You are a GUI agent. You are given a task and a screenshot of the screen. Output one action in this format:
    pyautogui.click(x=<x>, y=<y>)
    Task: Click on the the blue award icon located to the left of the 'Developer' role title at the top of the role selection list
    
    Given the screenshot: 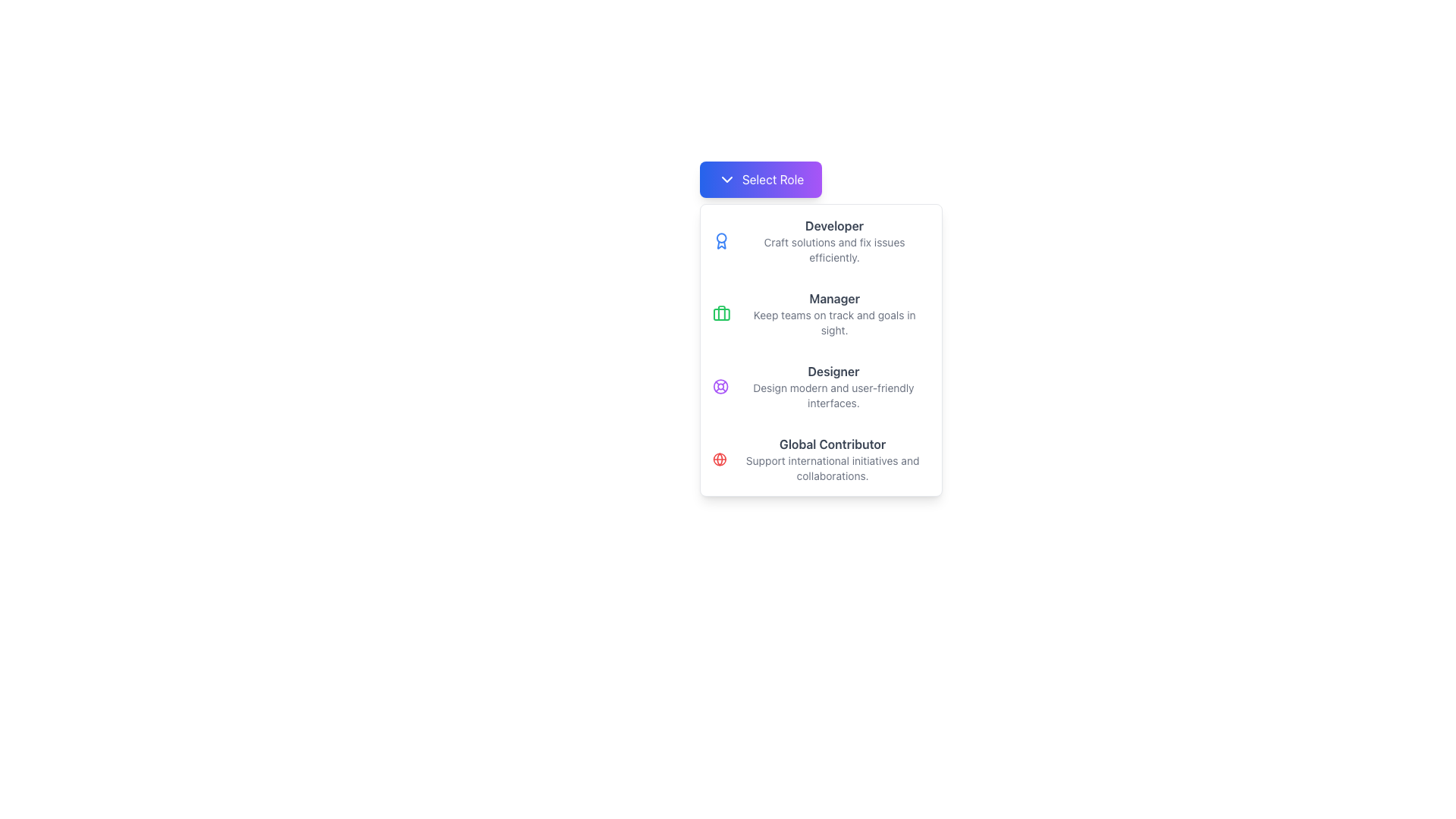 What is the action you would take?
    pyautogui.click(x=720, y=240)
    